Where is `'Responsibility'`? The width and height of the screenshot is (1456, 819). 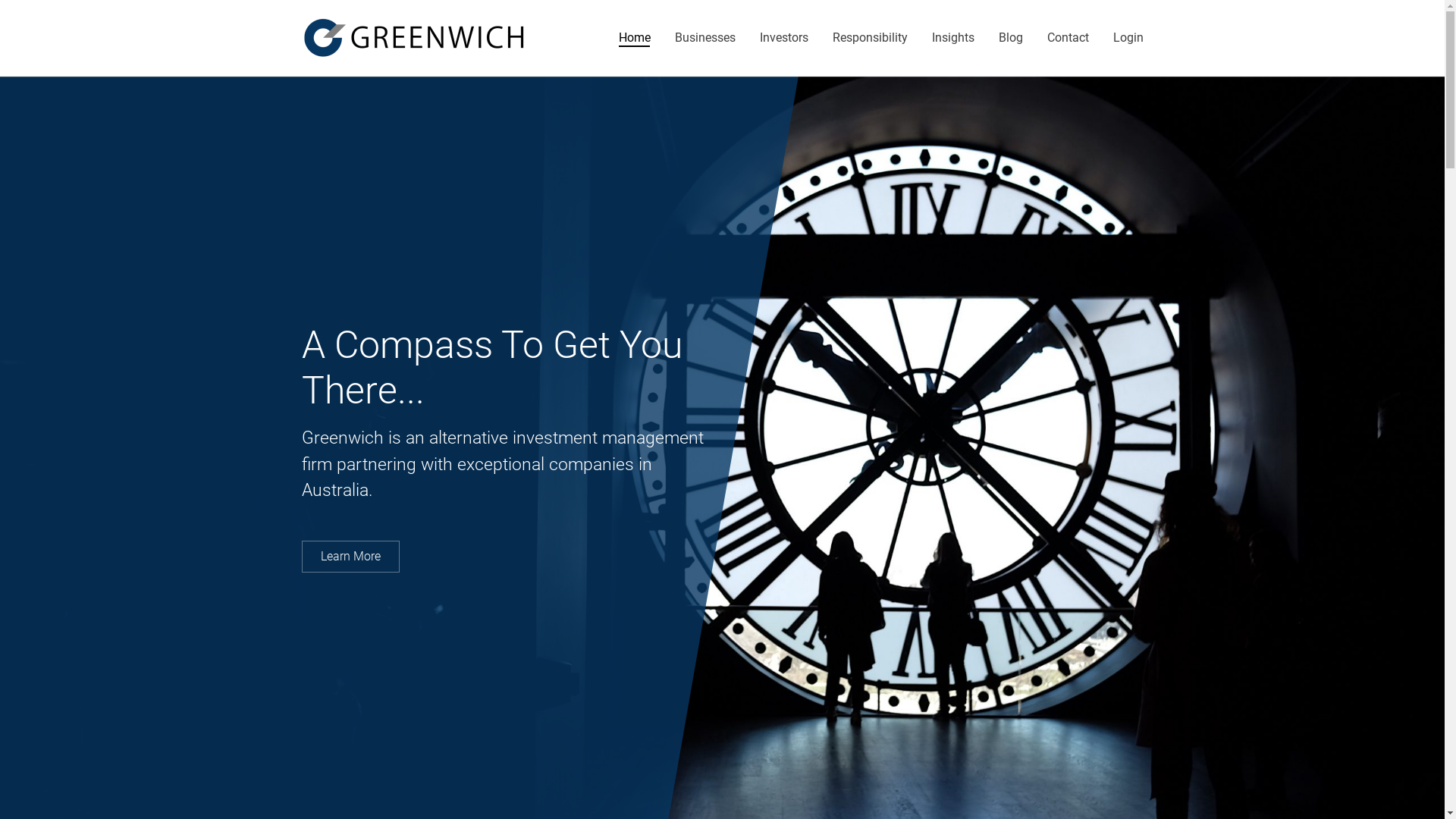 'Responsibility' is located at coordinates (870, 37).